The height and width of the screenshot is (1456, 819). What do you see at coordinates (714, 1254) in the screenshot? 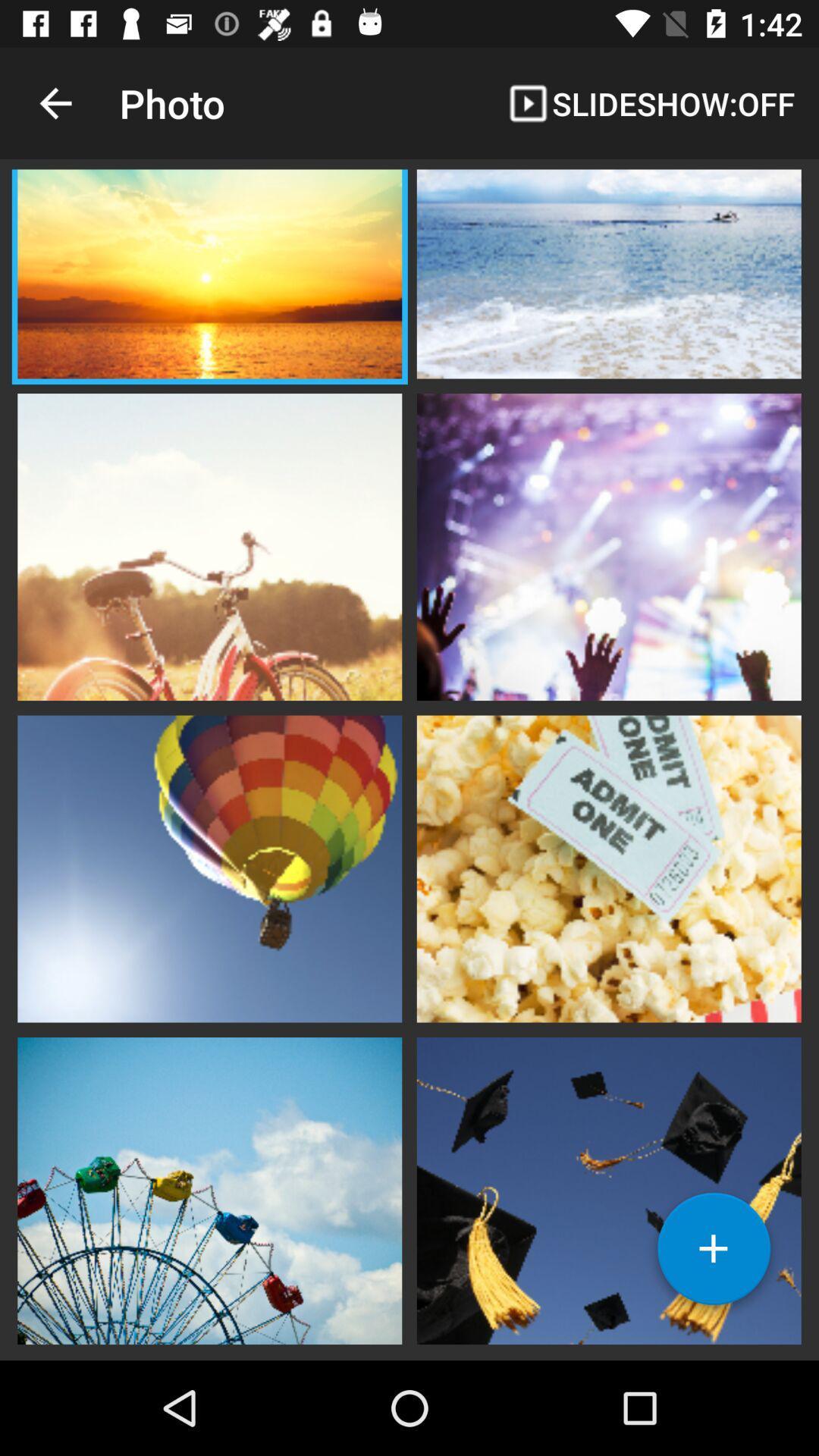
I see `new photo` at bounding box center [714, 1254].